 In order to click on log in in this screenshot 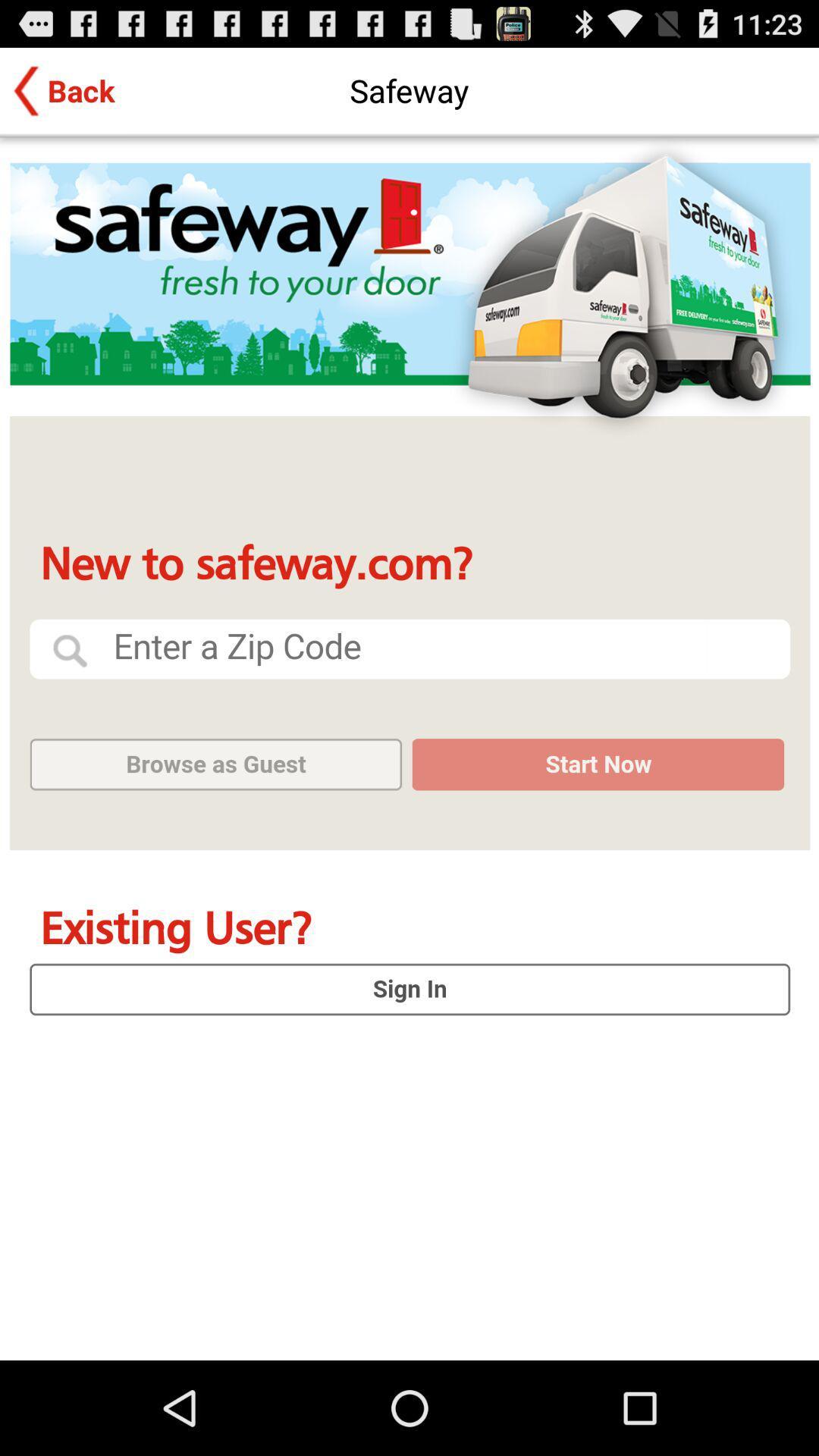, I will do `click(409, 748)`.